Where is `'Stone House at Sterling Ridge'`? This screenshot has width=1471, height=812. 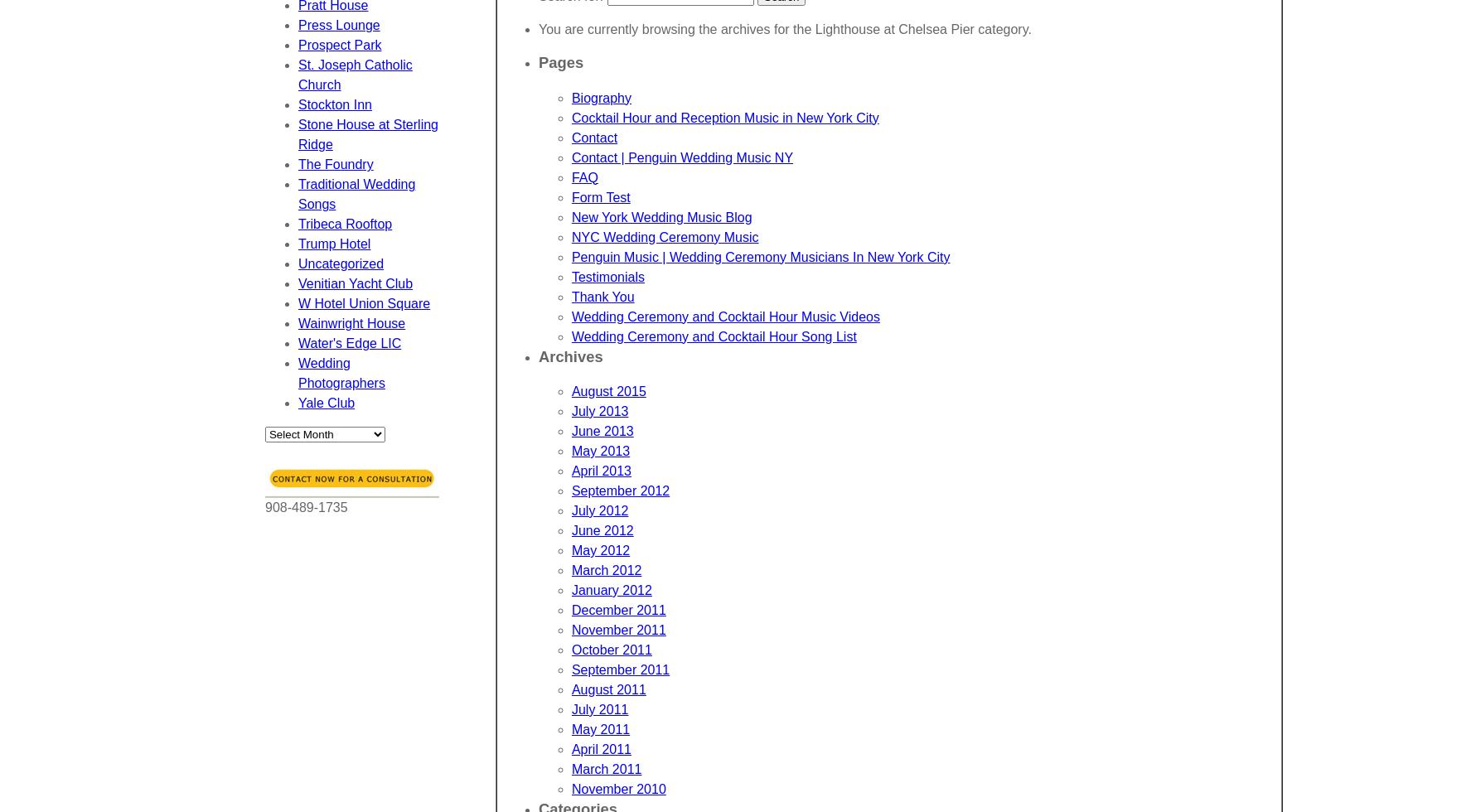 'Stone House at Sterling Ridge' is located at coordinates (367, 134).